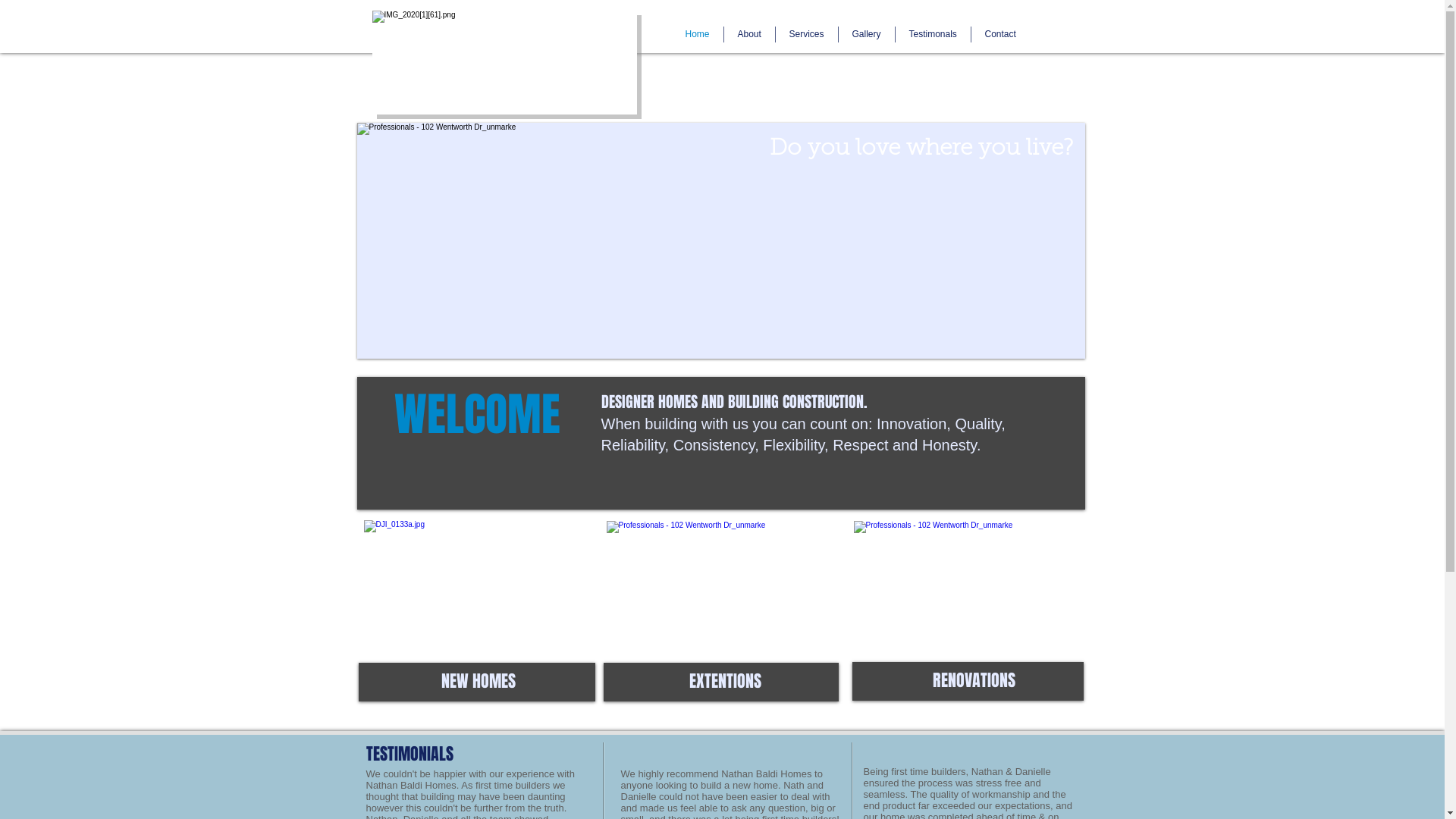 This screenshot has width=1456, height=819. I want to click on 'image7.jpg', so click(968, 586).